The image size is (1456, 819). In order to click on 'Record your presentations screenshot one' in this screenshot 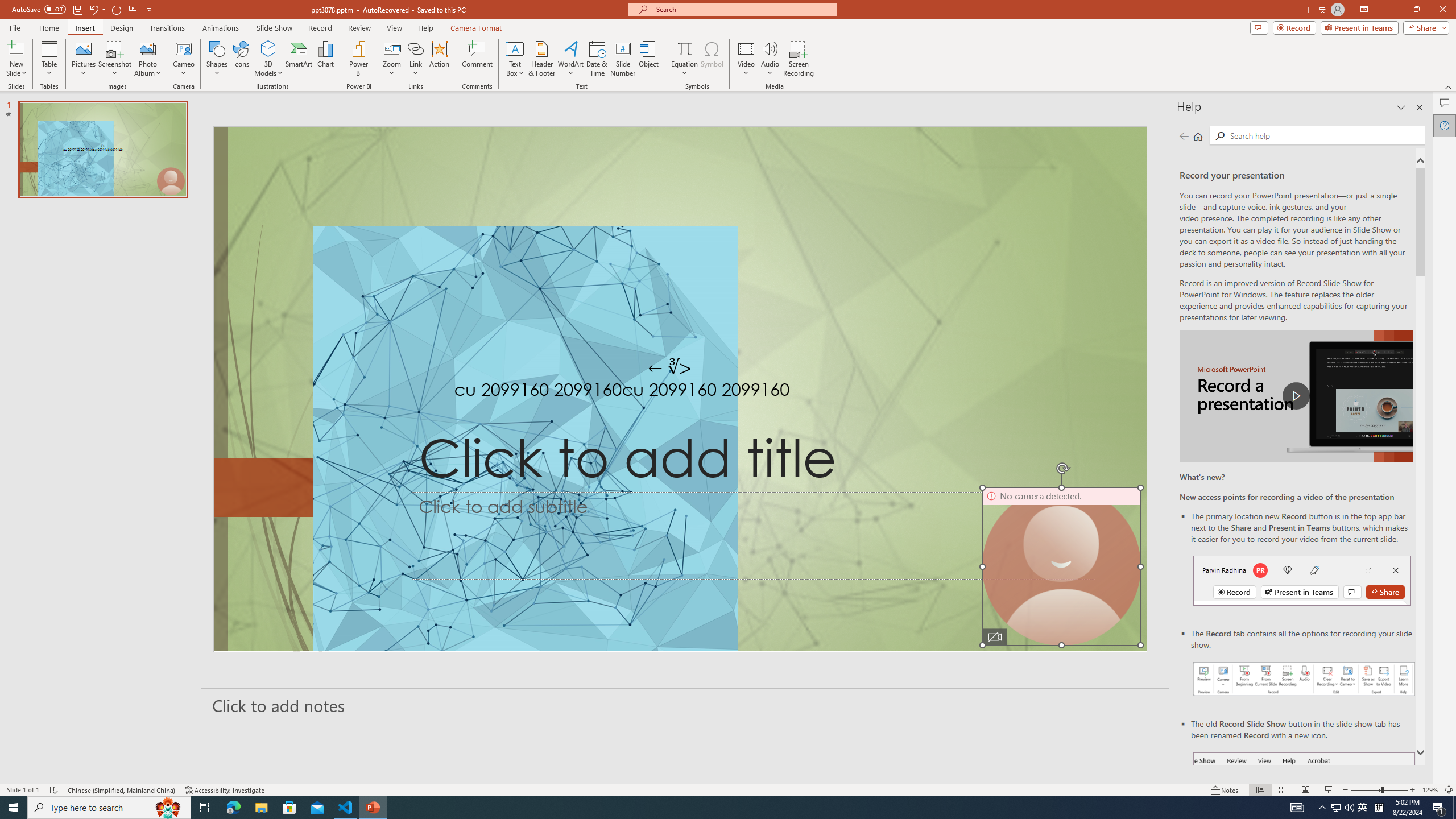, I will do `click(1304, 678)`.